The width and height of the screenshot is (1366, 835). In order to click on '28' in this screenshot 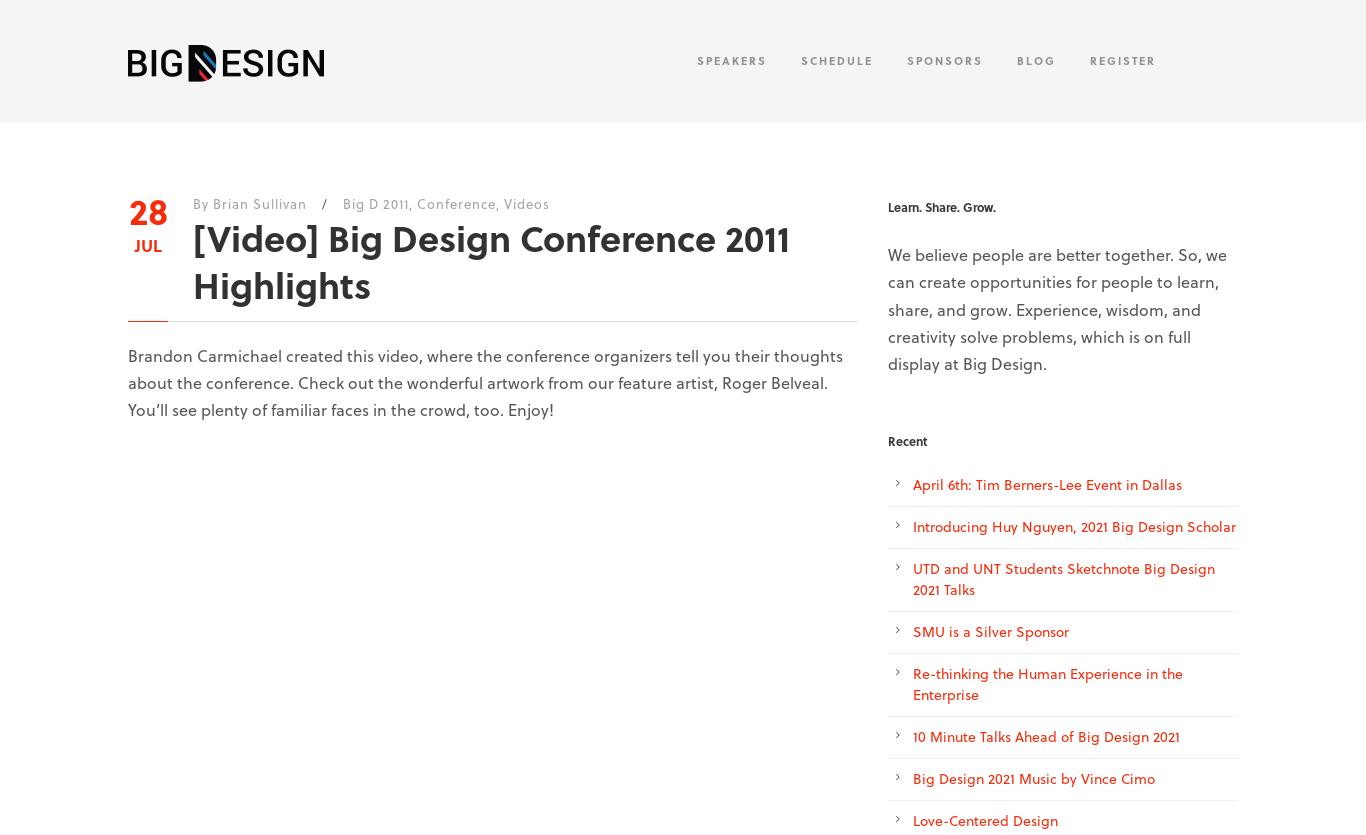, I will do `click(146, 210)`.